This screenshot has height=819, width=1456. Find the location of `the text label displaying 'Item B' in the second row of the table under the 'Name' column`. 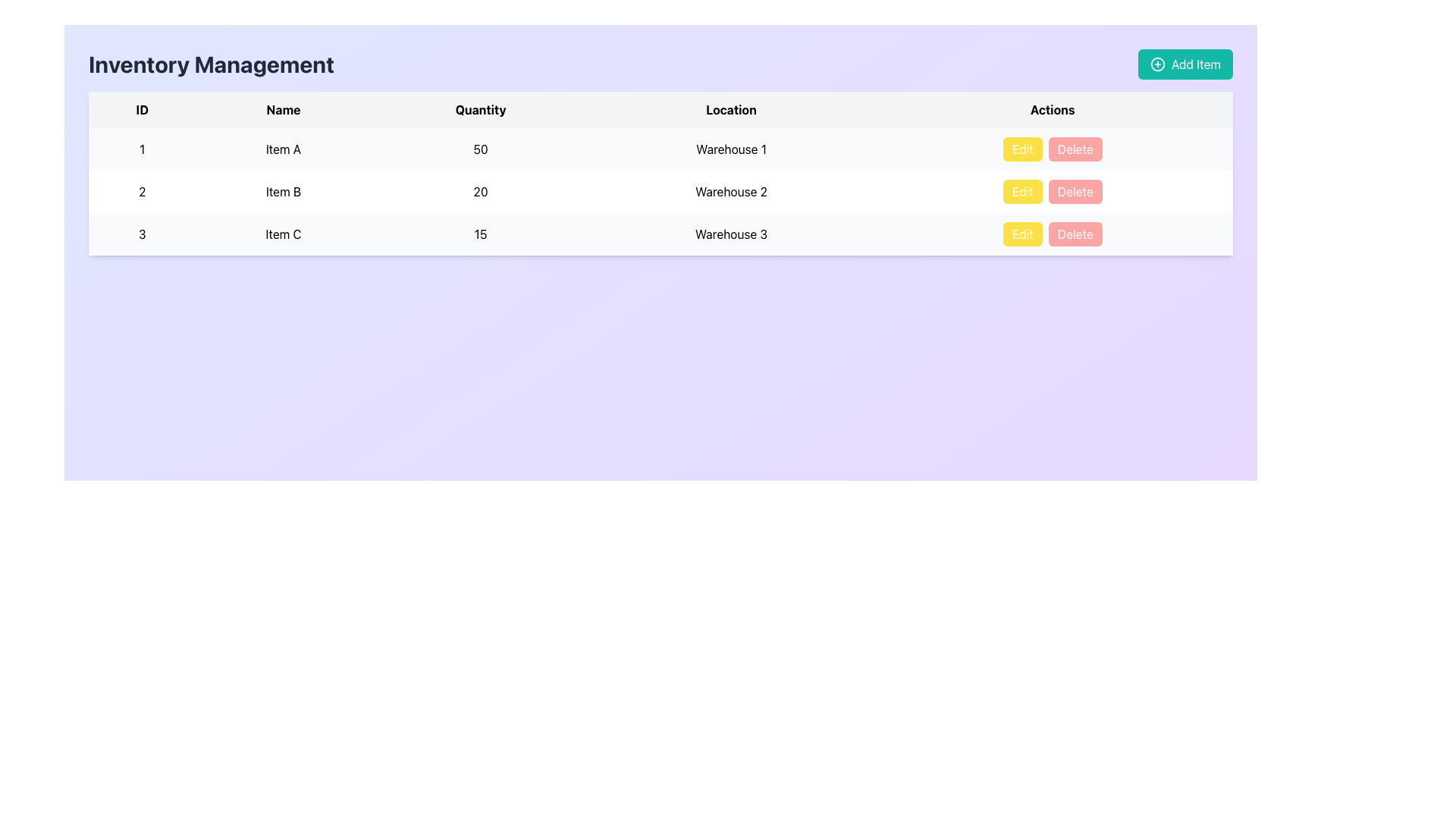

the text label displaying 'Item B' in the second row of the table under the 'Name' column is located at coordinates (284, 191).